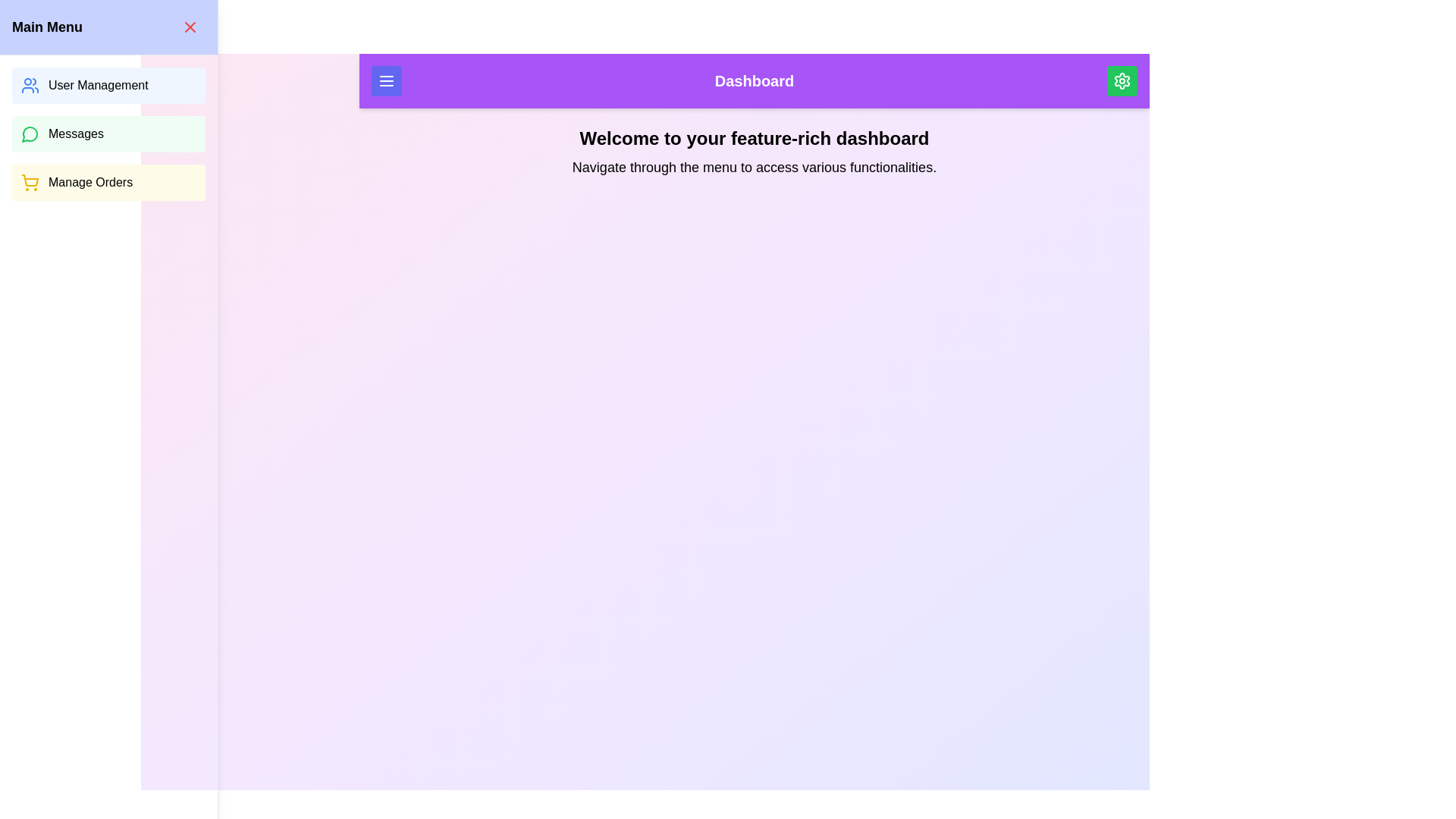 Image resolution: width=1456 pixels, height=819 pixels. Describe the element at coordinates (108, 133) in the screenshot. I see `the 'Messages' button located in the vertical menu list of the 'Main Menu' sidebar, which is situated beneath the 'User Management' button and above the 'Manage Orders' button` at that location.